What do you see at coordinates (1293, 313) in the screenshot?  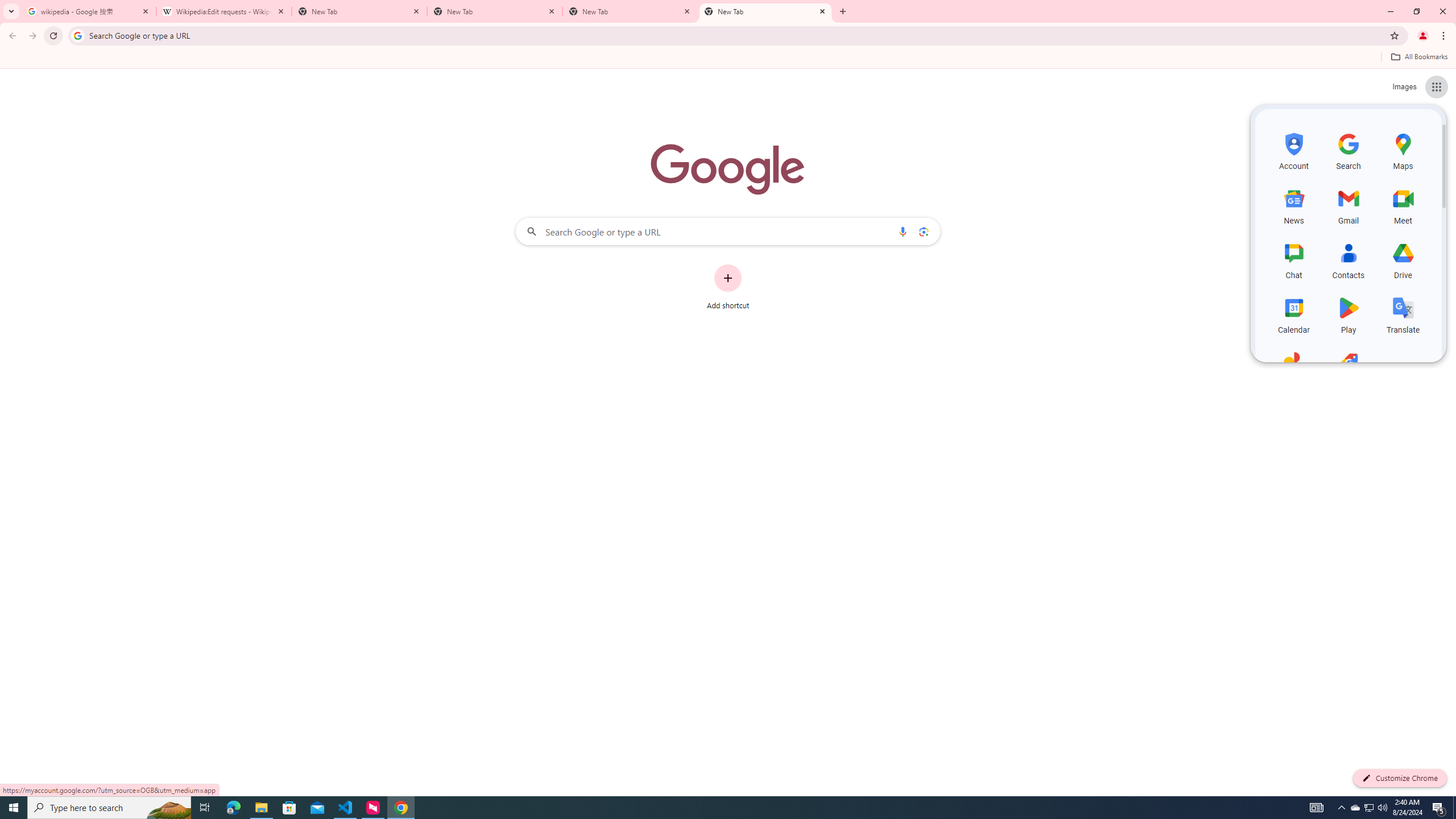 I see `'Calendar, row 4 of 5 and column 1 of 3 in the first section'` at bounding box center [1293, 313].